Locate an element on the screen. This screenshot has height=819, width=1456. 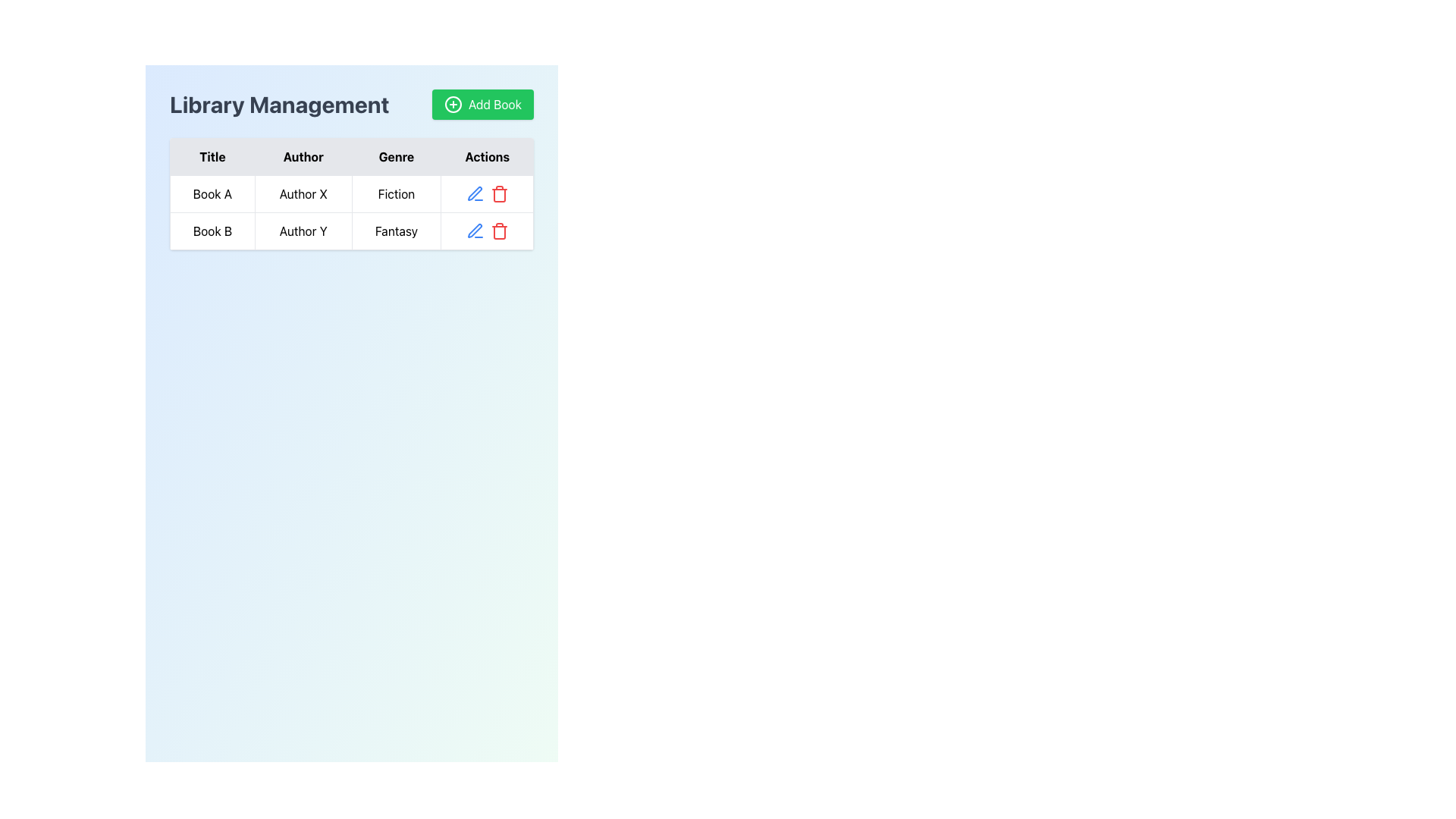
the 'Edit' icon button located in the Actions column of the second row for 'Book B' to initiate editing is located at coordinates (473, 192).